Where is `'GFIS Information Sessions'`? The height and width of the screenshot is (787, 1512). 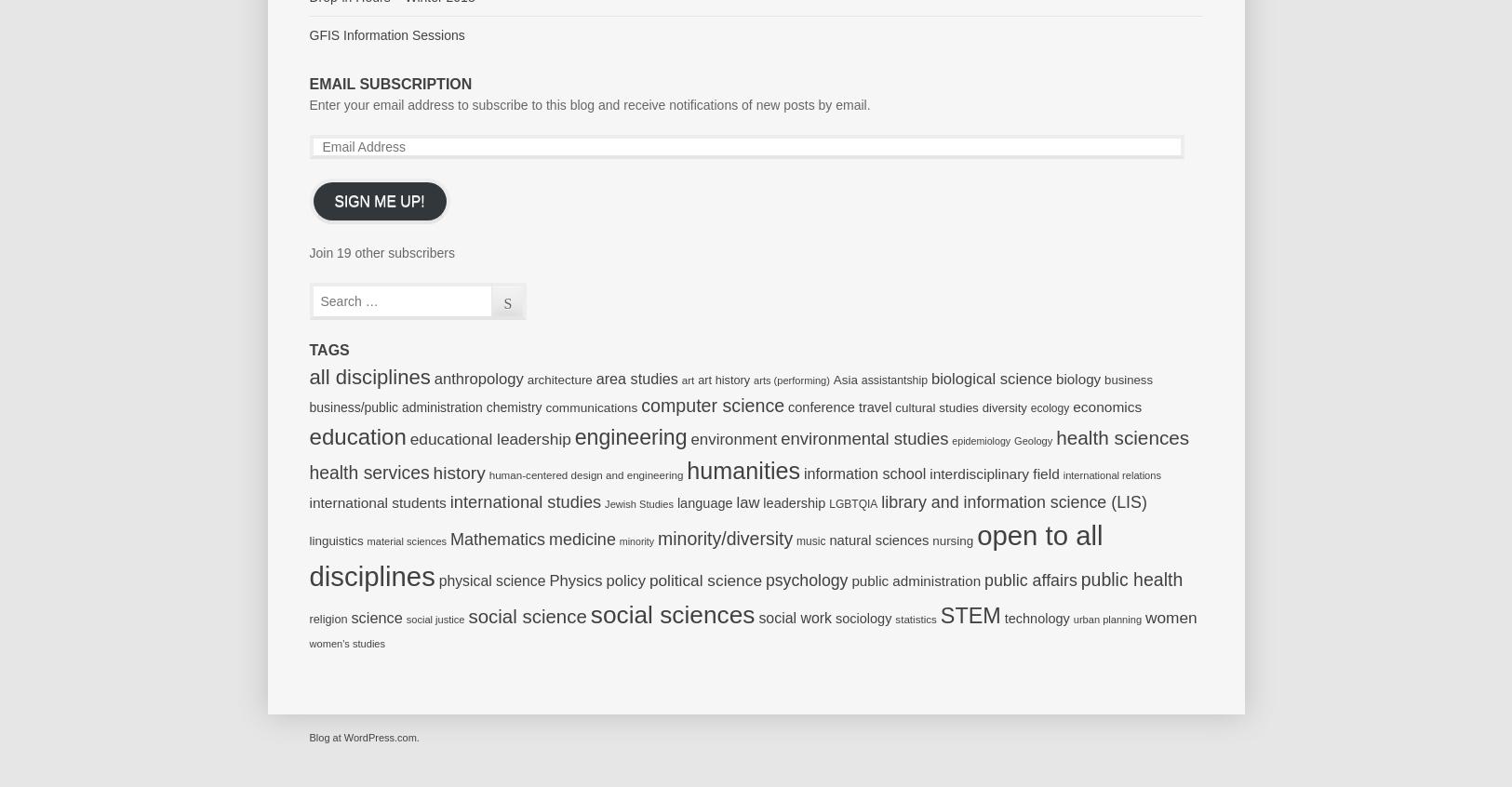 'GFIS Information Sessions' is located at coordinates (385, 33).